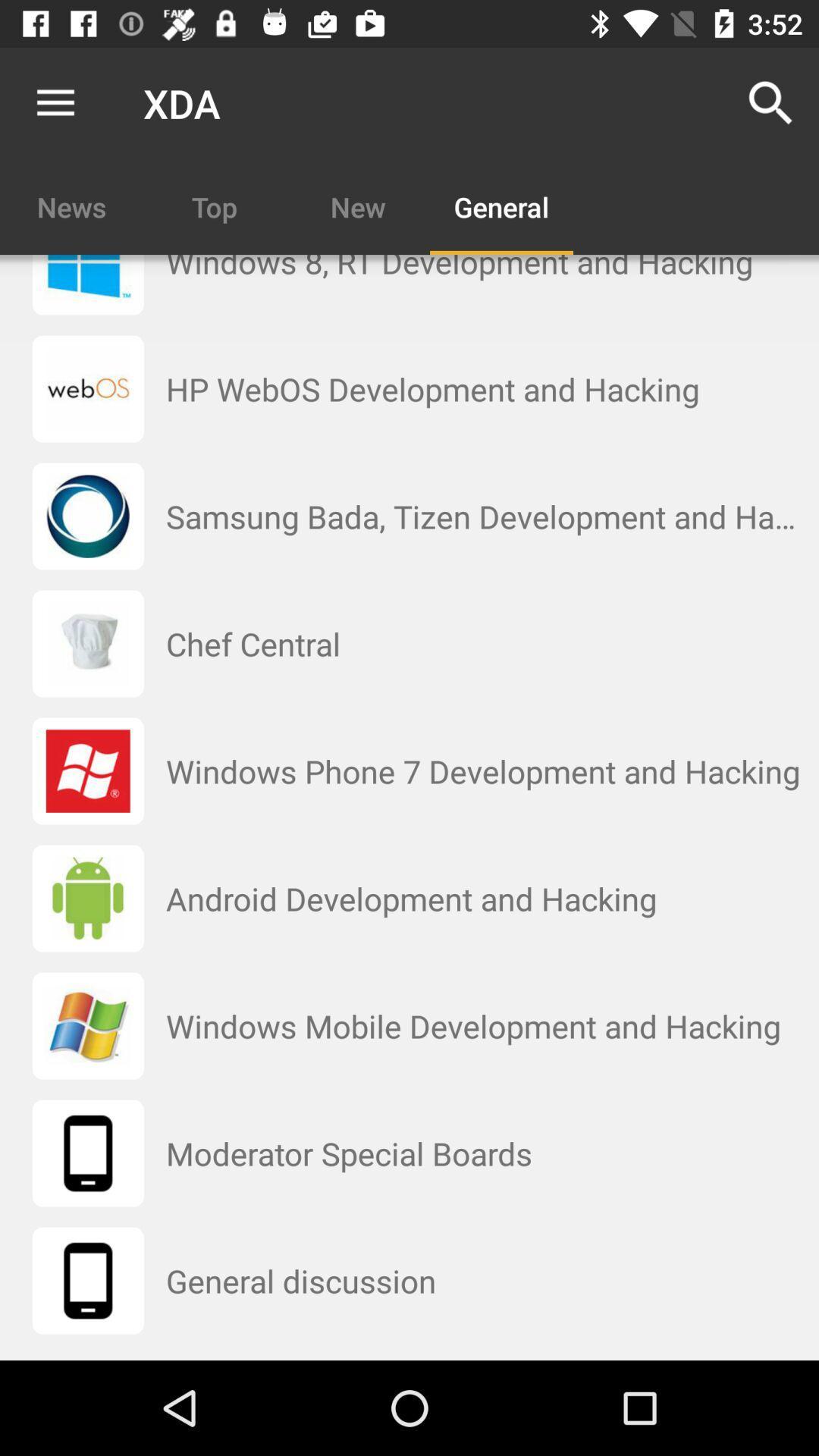  What do you see at coordinates (771, 102) in the screenshot?
I see `the app to the right of the xda item` at bounding box center [771, 102].